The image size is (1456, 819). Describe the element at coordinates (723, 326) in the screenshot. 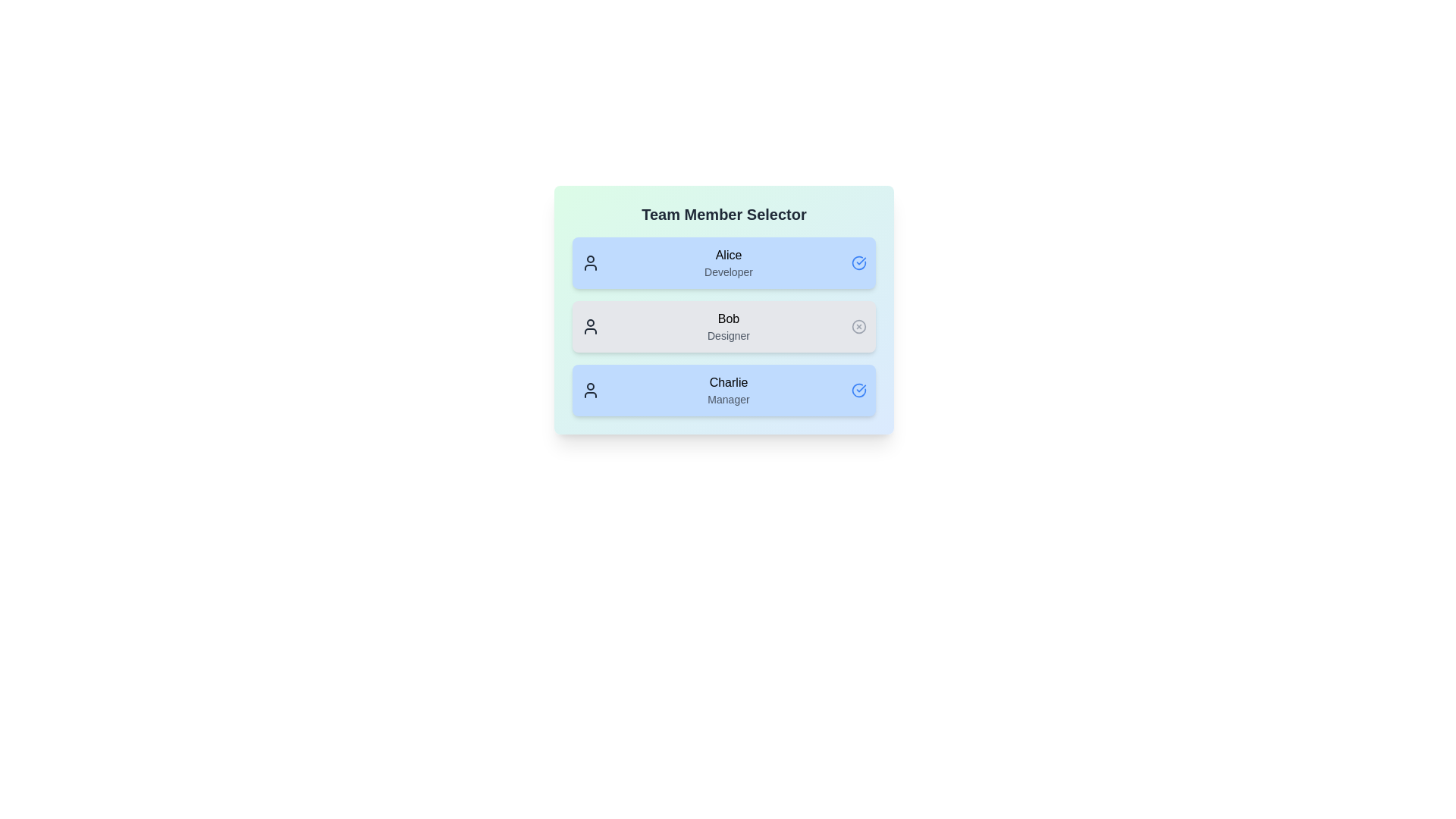

I see `the member card corresponding to Bob` at that location.